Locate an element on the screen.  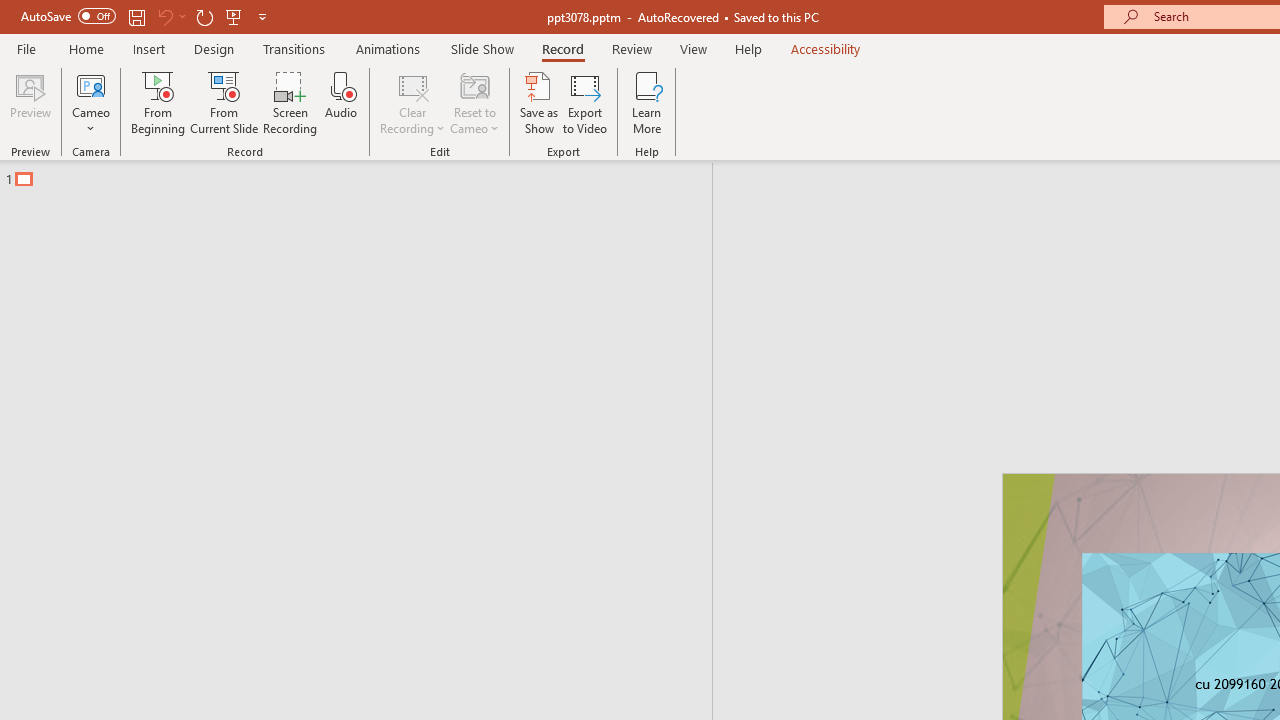
'Export to Video' is located at coordinates (584, 103).